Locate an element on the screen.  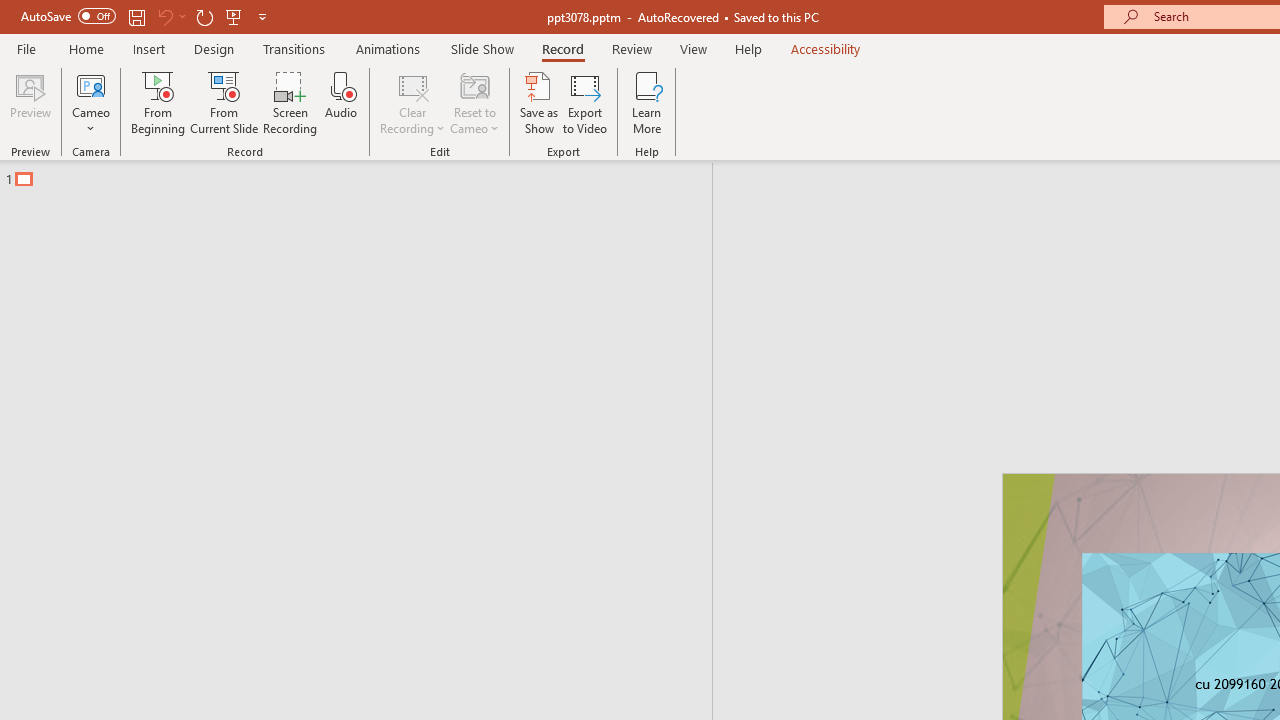
'Export to Video' is located at coordinates (584, 103).